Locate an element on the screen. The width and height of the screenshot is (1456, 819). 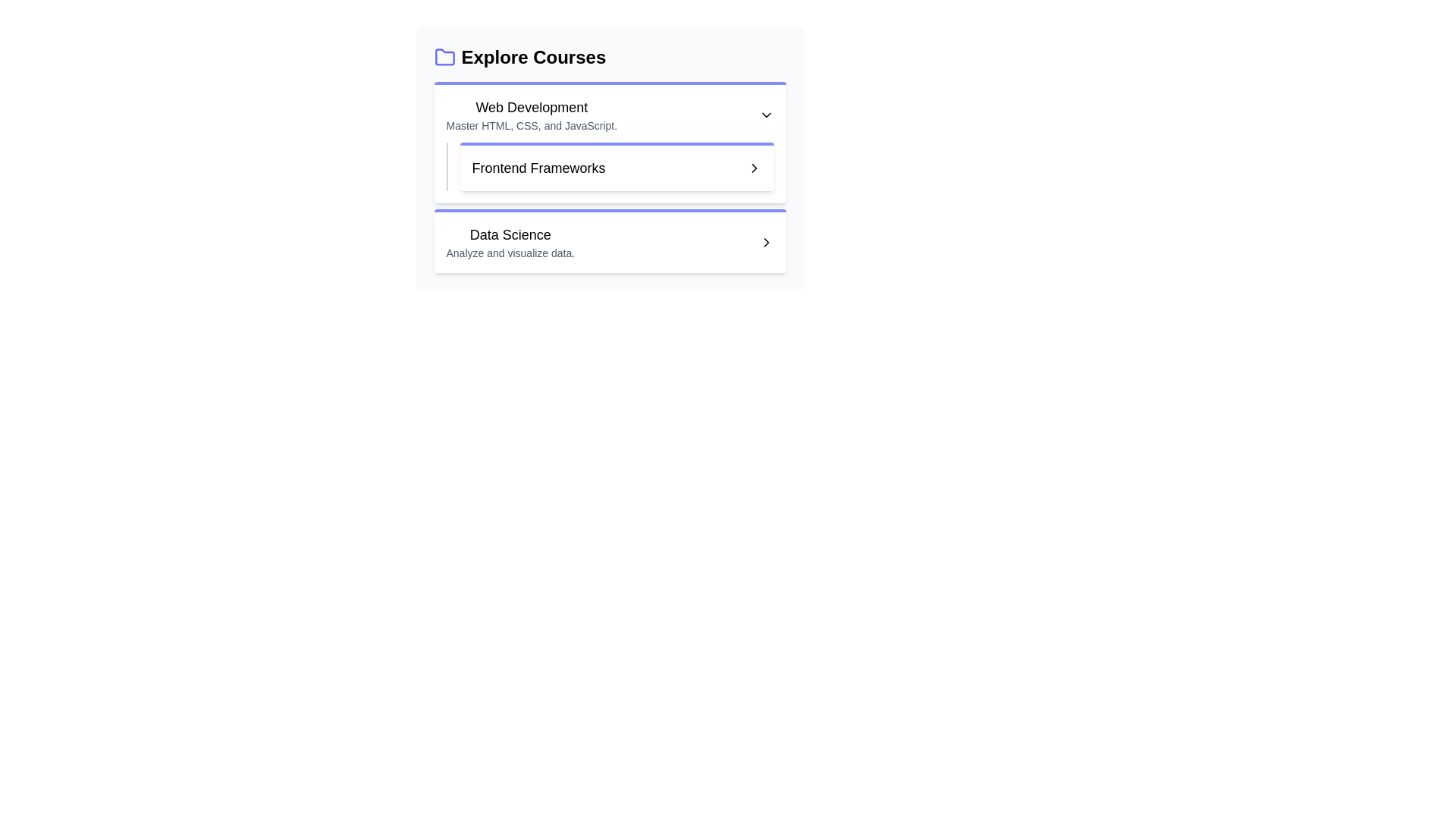
on the 'Frontend Frameworks' clickable list item, which is styled with a white background and an indigo-colored top border is located at coordinates (617, 166).